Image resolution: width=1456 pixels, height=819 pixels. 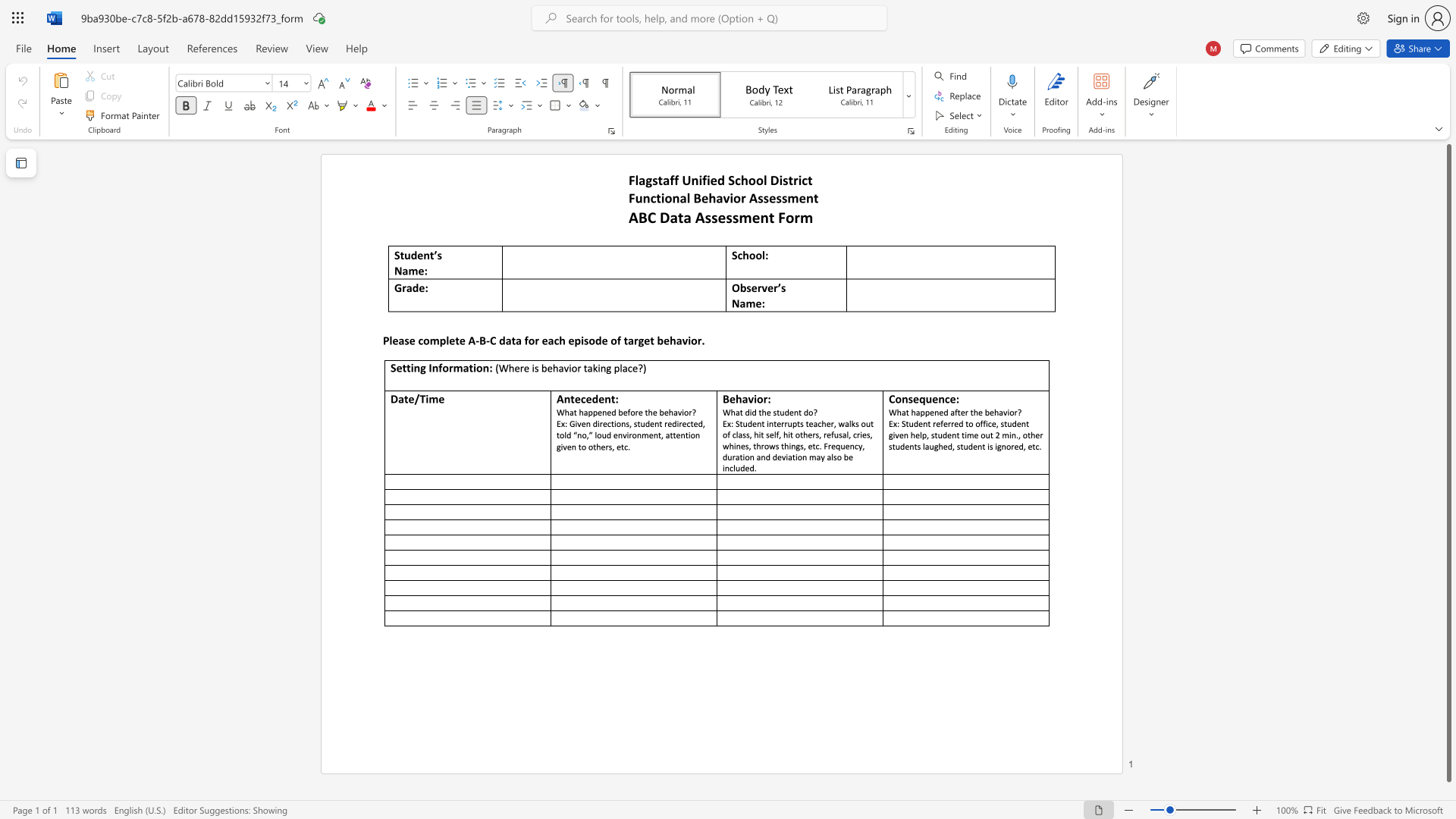 What do you see at coordinates (390, 368) in the screenshot?
I see `the subset text "Setting Inform" within the text "Setting Information:"` at bounding box center [390, 368].